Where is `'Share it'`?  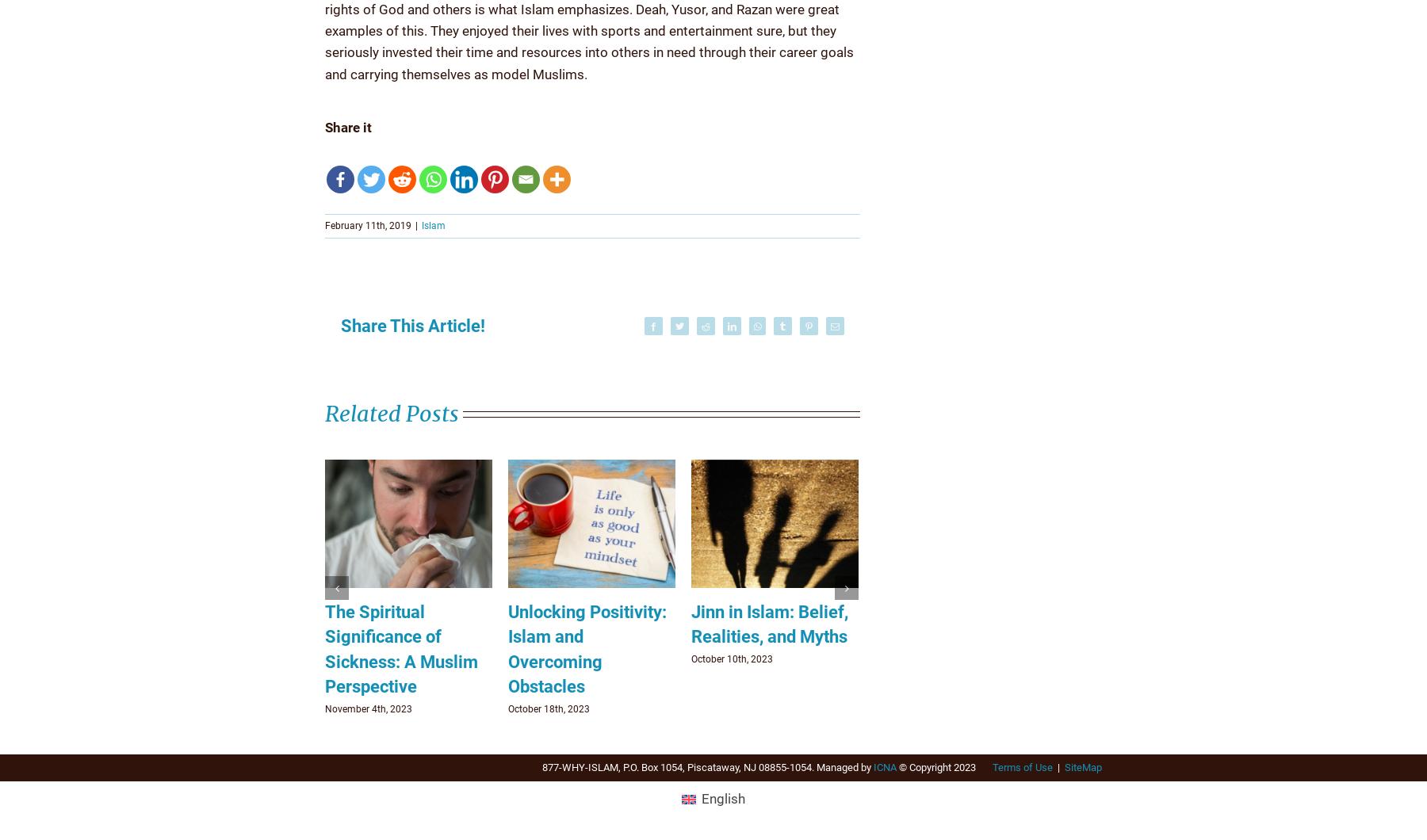 'Share it' is located at coordinates (325, 125).